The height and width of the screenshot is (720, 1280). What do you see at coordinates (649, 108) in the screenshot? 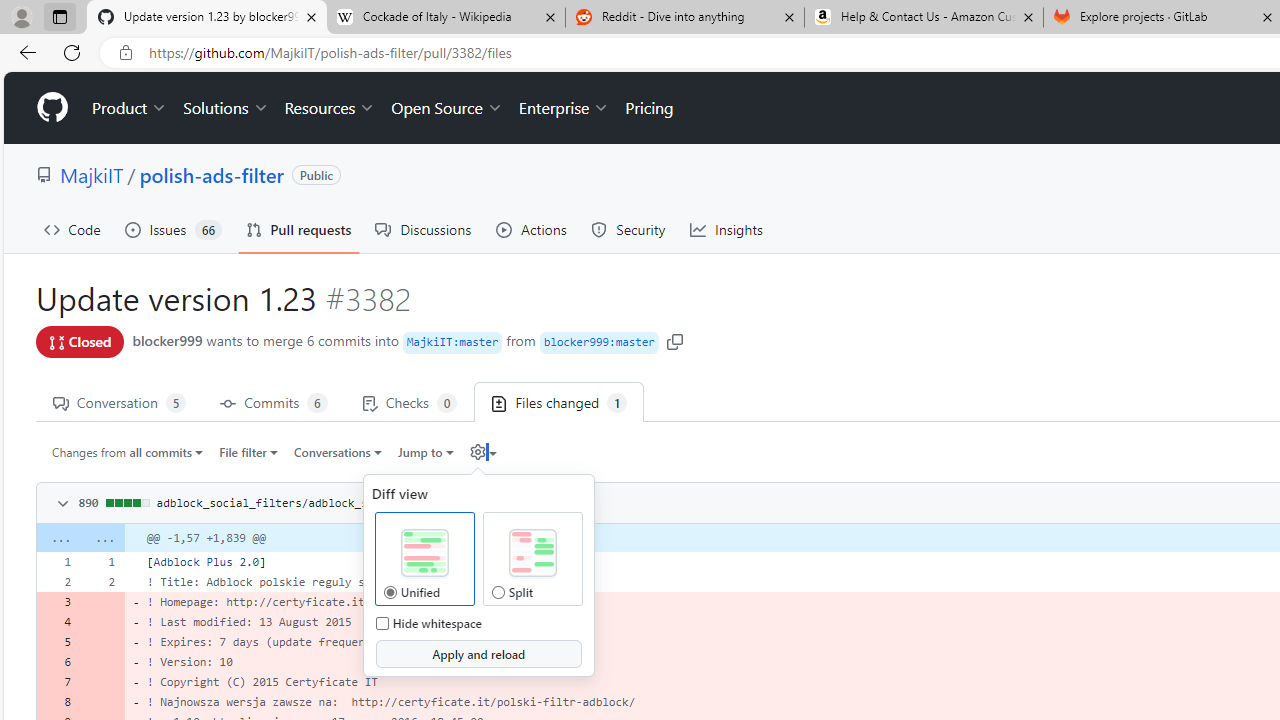
I see `'Pricing'` at bounding box center [649, 108].